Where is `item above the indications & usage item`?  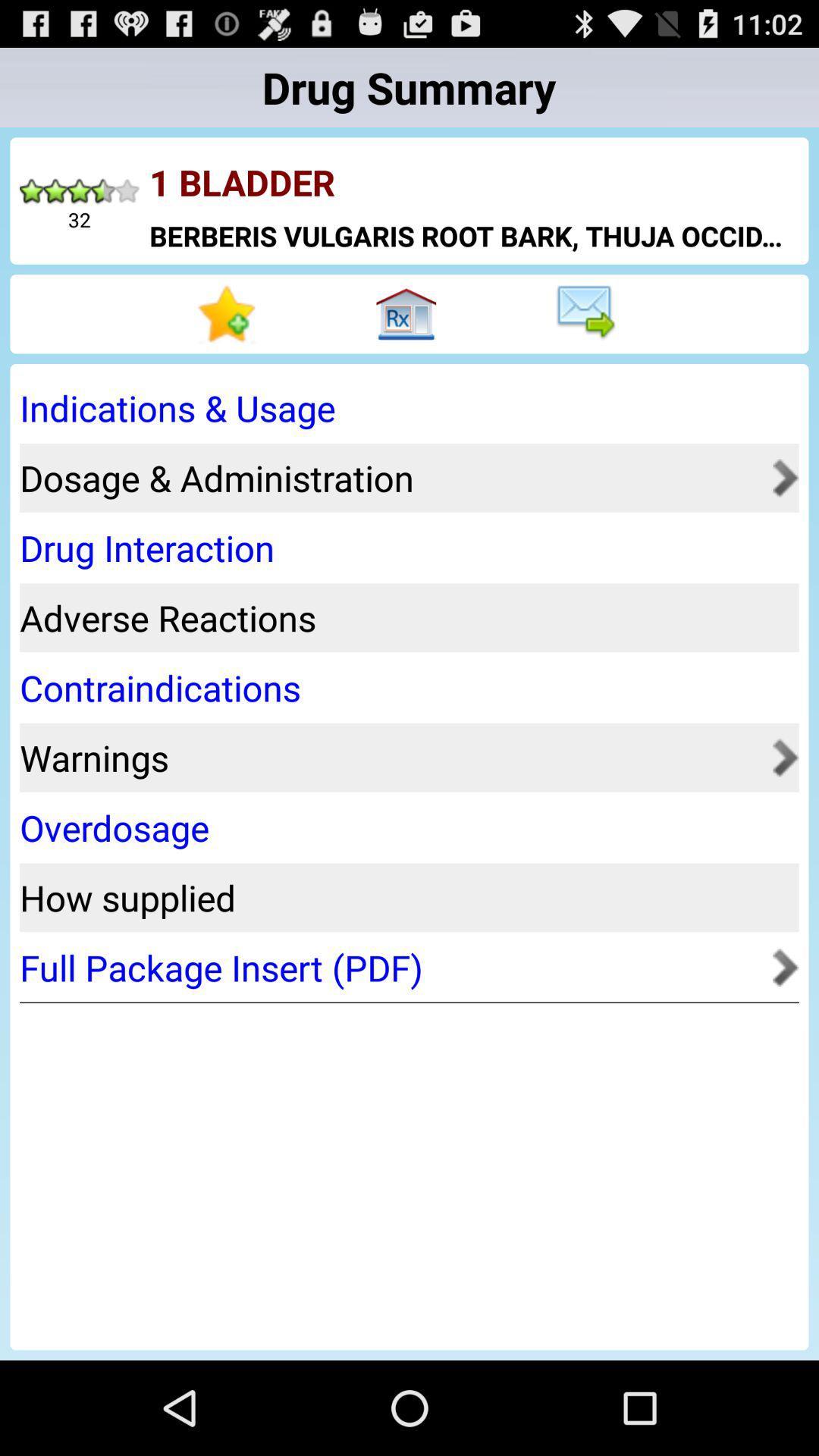
item above the indications & usage item is located at coordinates (588, 313).